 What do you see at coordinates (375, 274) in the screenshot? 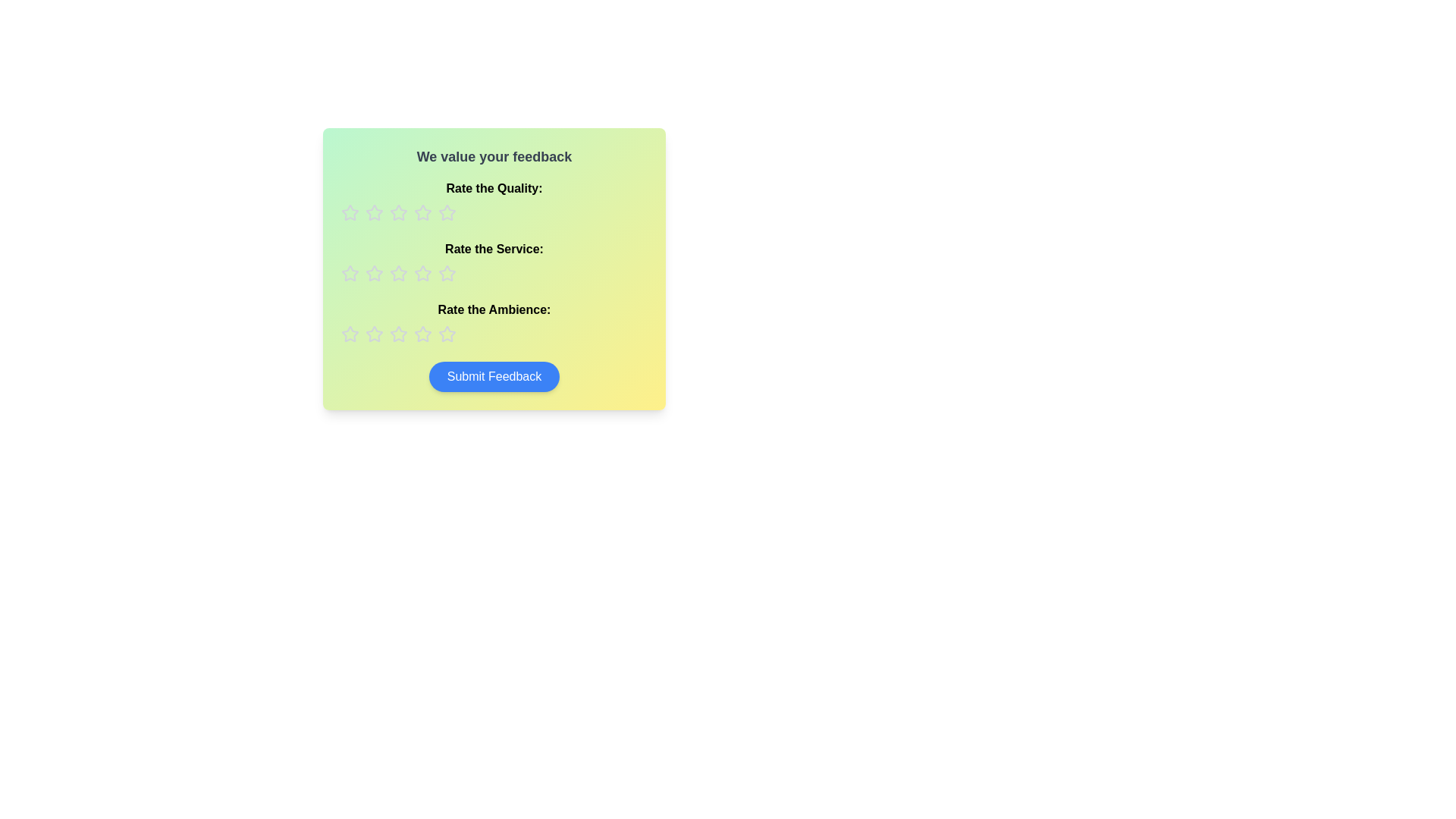
I see `the second star in the rating row labeled 'Rate the Service:'` at bounding box center [375, 274].